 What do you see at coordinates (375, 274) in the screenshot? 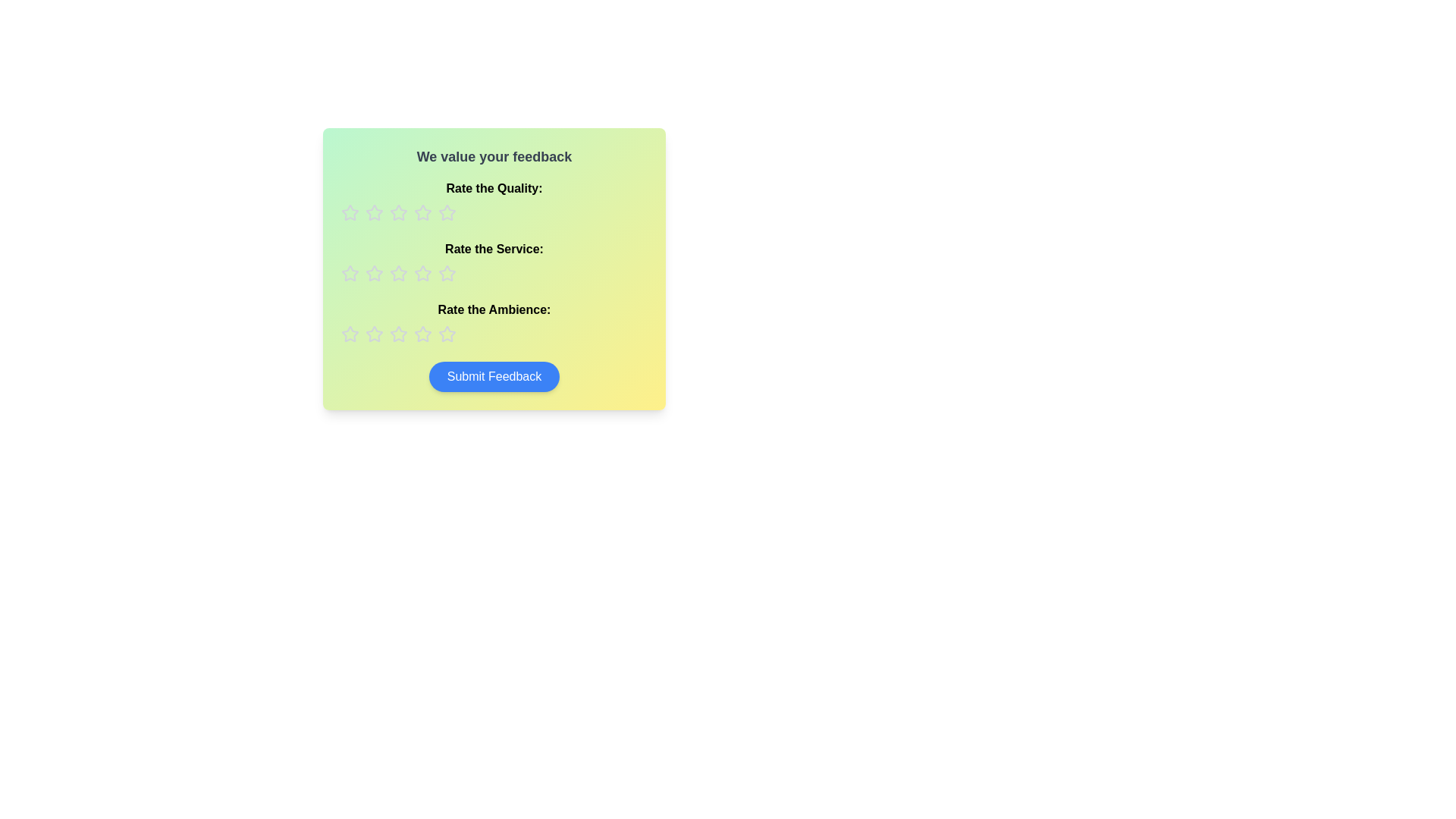
I see `the second star in the rating row labeled 'Rate the Service:'` at bounding box center [375, 274].